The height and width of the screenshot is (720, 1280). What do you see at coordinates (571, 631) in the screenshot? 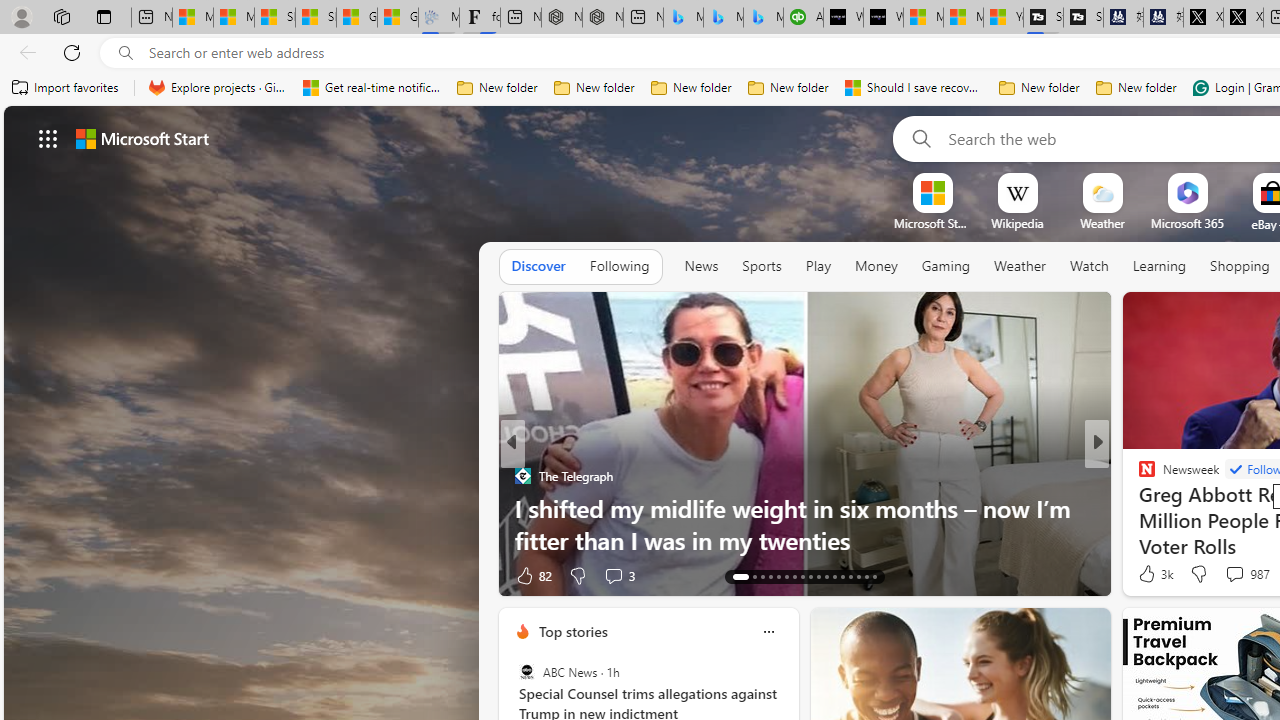
I see `'Top stories'` at bounding box center [571, 631].